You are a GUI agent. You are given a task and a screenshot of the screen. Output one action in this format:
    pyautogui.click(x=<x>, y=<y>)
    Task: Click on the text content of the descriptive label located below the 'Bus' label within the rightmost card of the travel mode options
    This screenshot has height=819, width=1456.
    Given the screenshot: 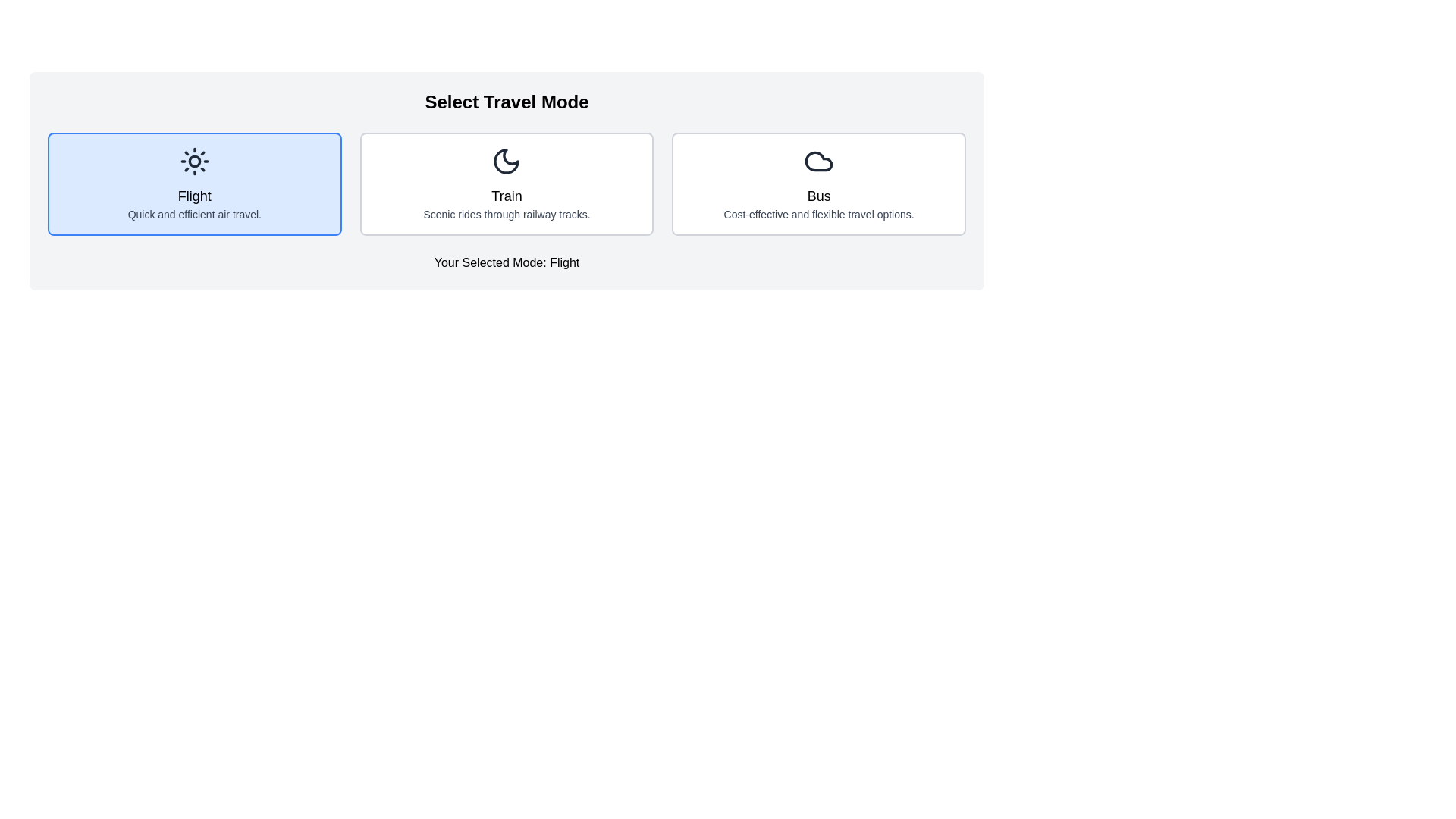 What is the action you would take?
    pyautogui.click(x=818, y=214)
    